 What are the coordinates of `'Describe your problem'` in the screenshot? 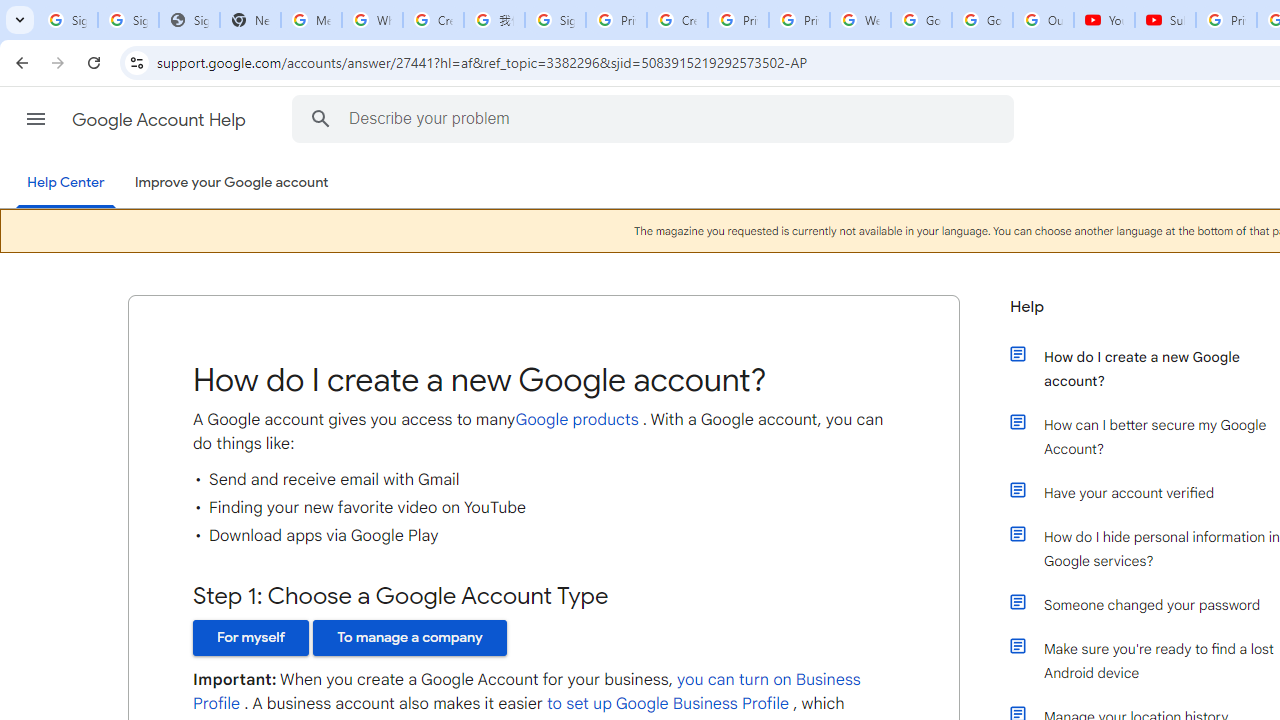 It's located at (656, 118).